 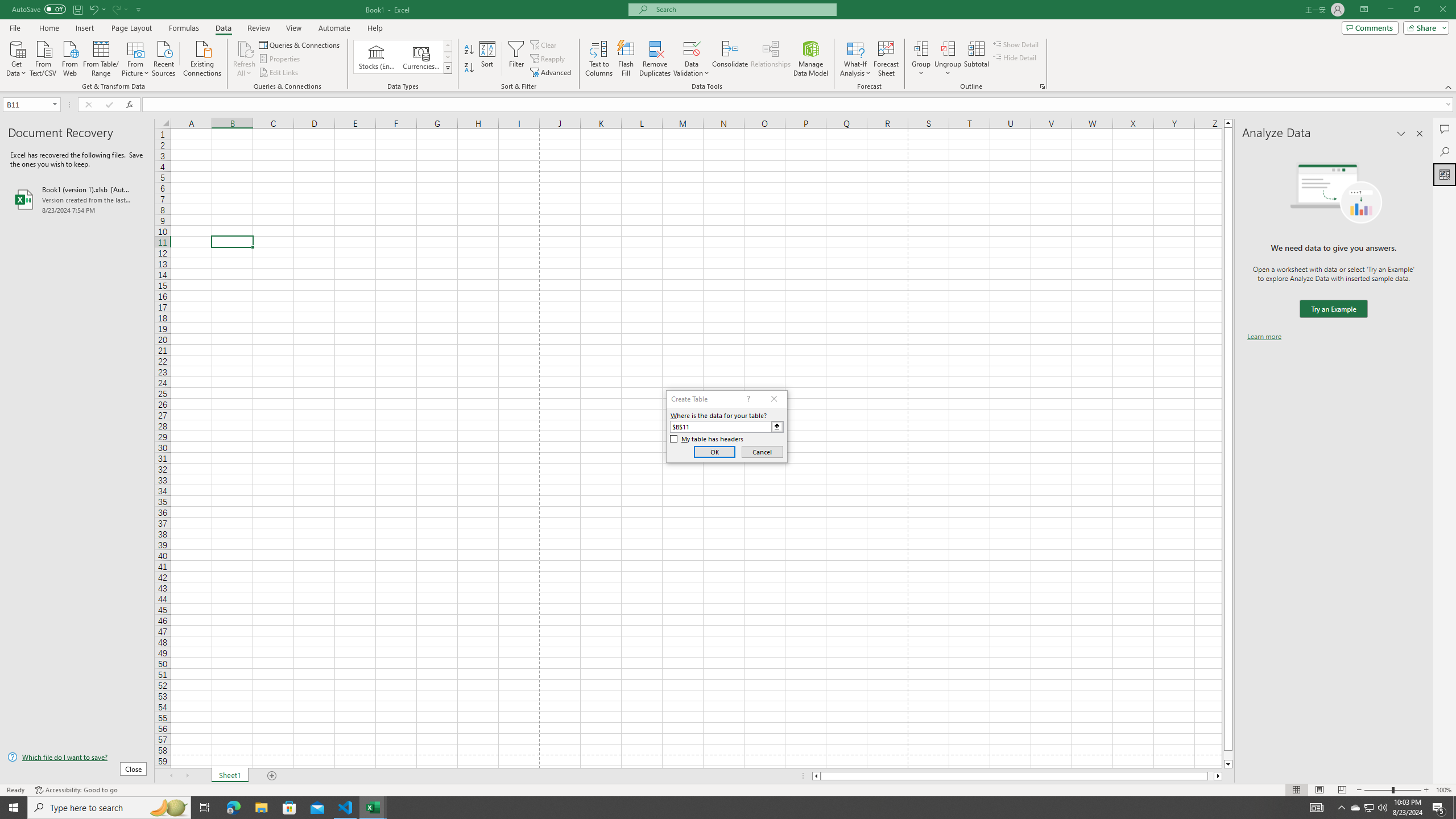 I want to click on 'Line down', so click(x=1228, y=764).